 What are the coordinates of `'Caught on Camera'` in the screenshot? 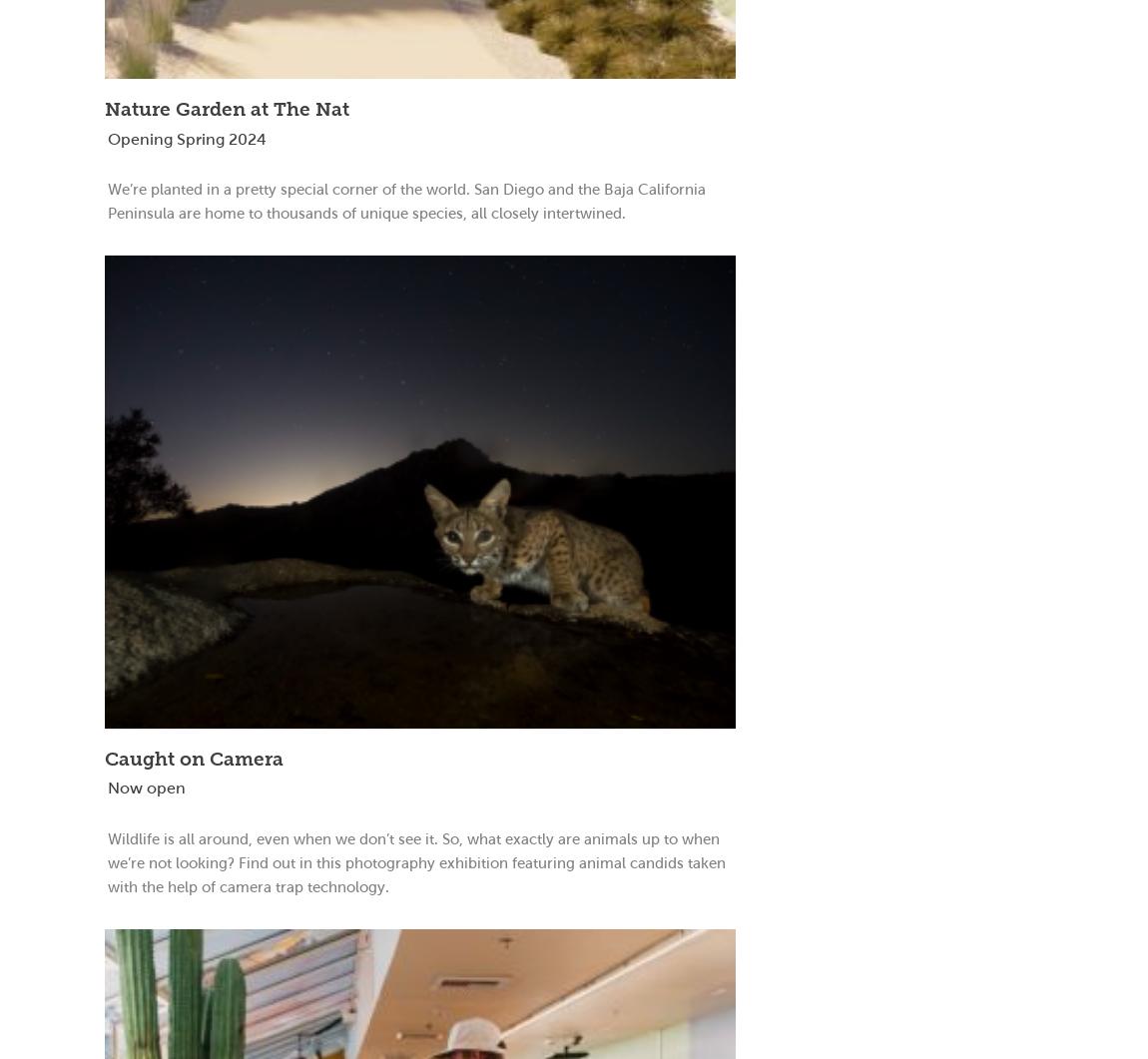 It's located at (193, 758).